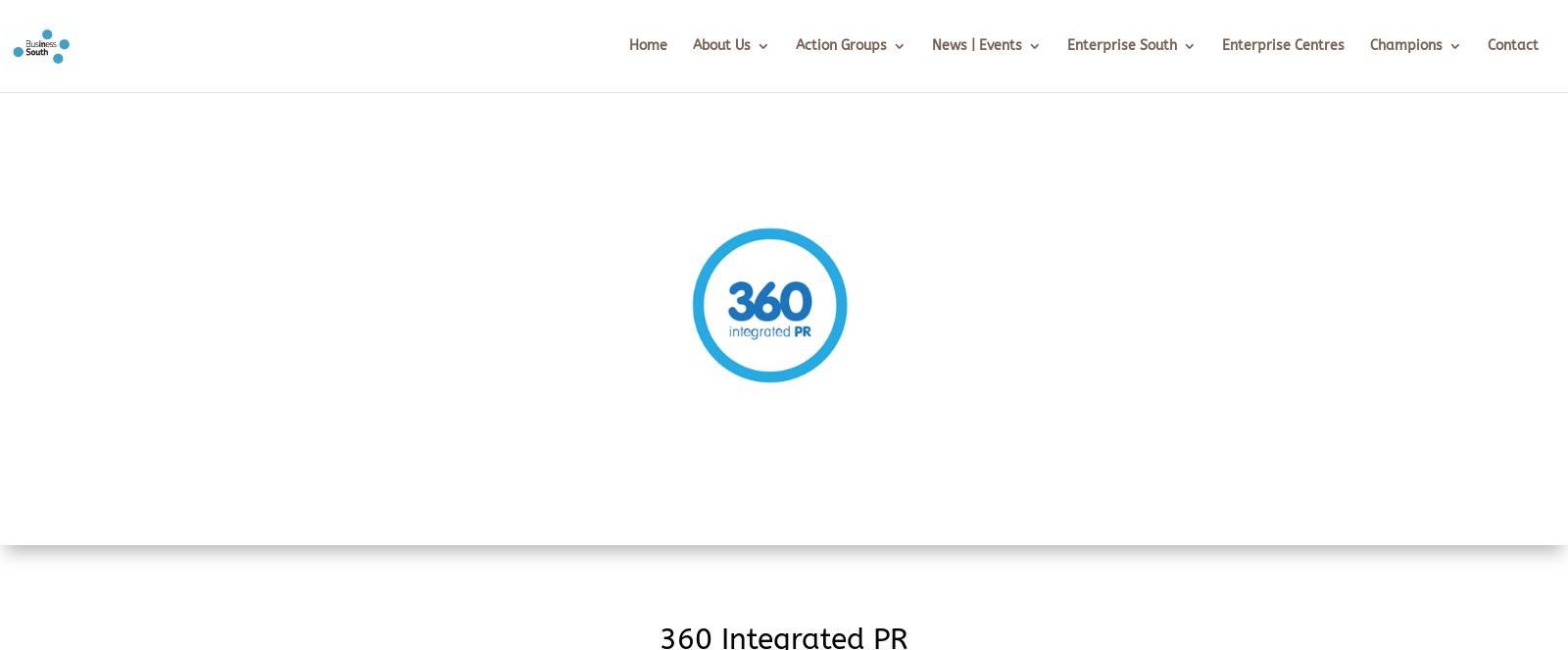  What do you see at coordinates (970, 211) in the screenshot?
I see `'Event Photo Gallery'` at bounding box center [970, 211].